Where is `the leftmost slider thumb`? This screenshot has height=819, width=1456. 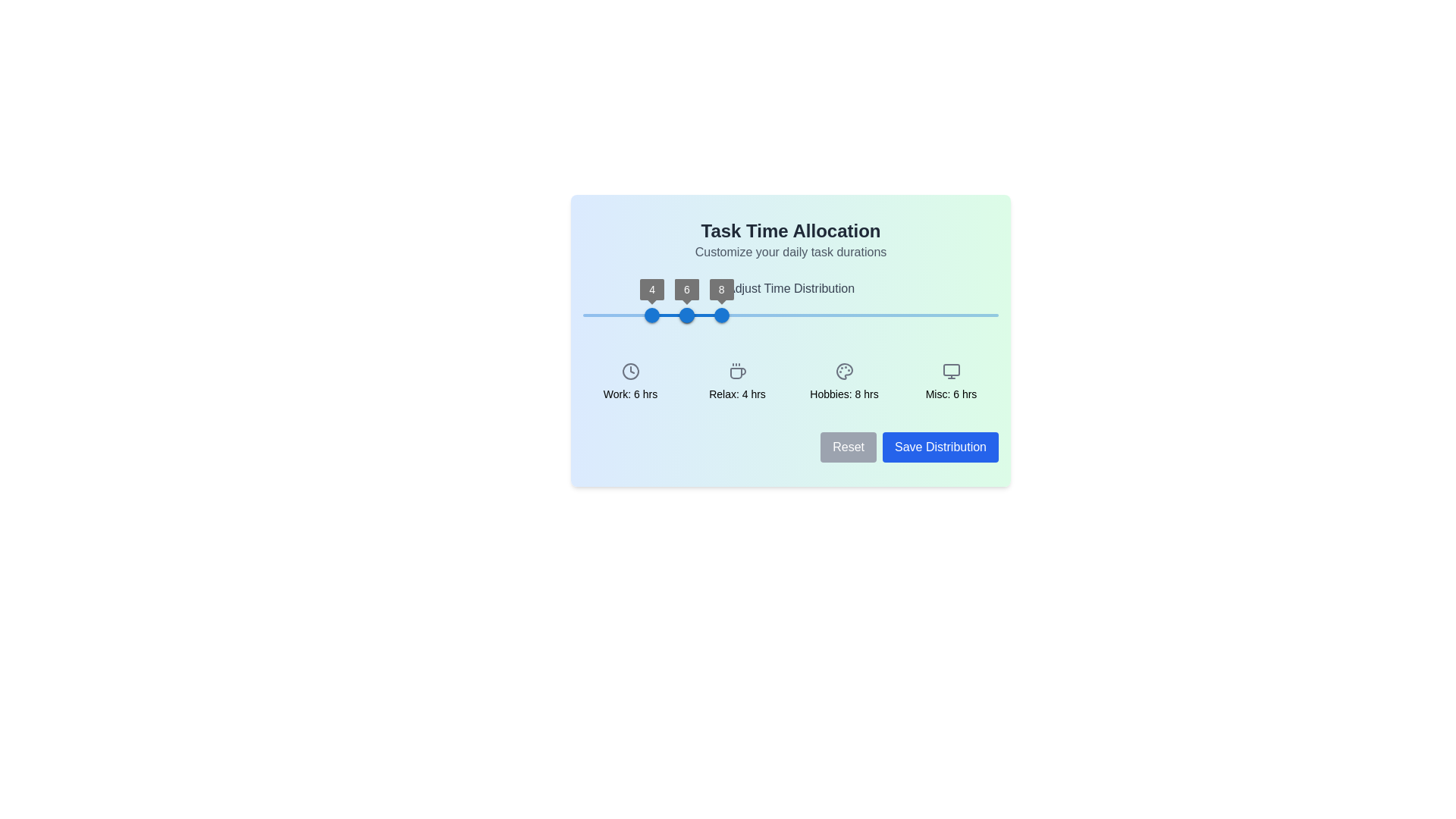
the leftmost slider thumb is located at coordinates (652, 315).